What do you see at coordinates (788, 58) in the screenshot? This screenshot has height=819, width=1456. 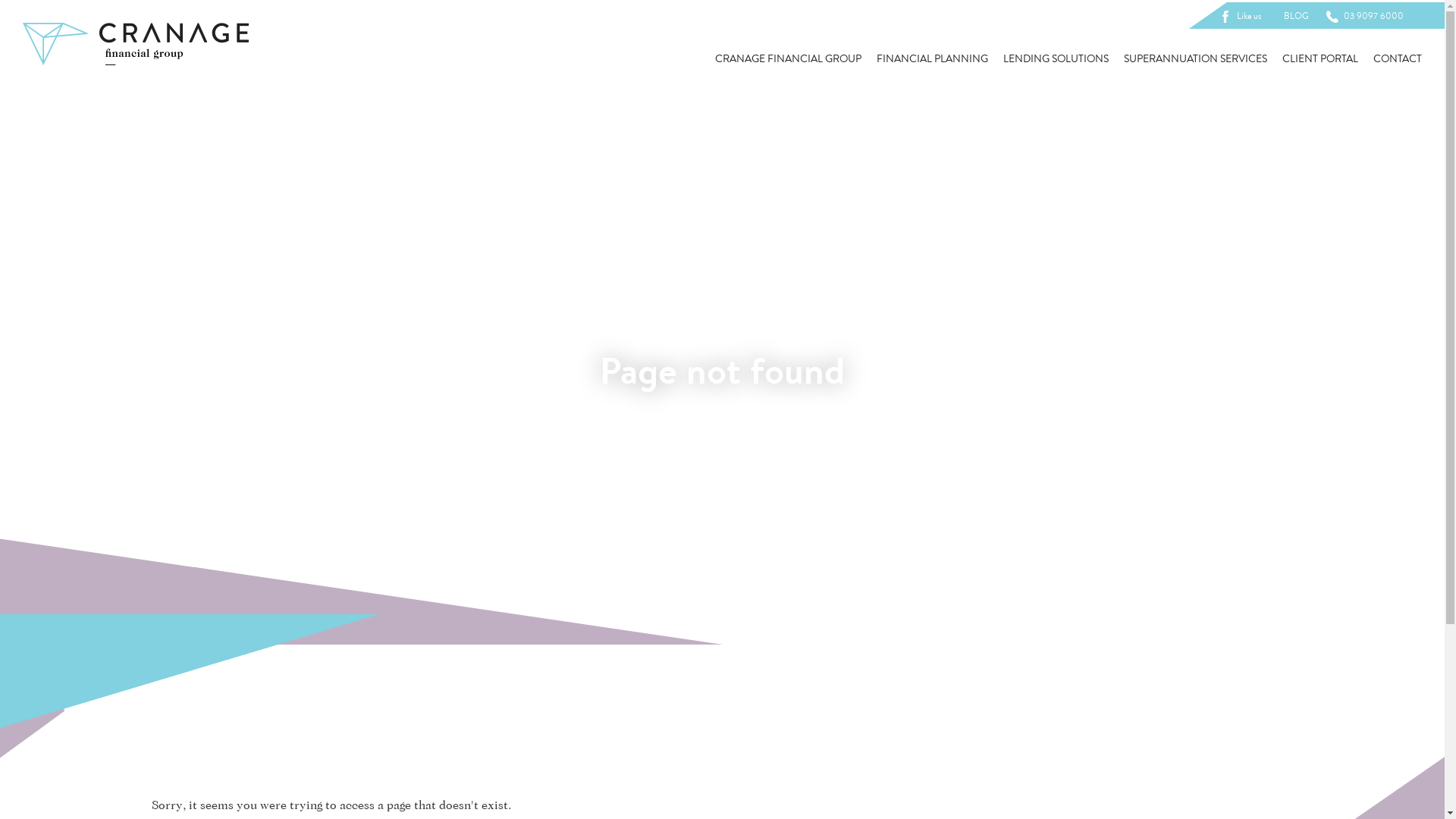 I see `'CRANAGE FINANCIAL GROUP'` at bounding box center [788, 58].